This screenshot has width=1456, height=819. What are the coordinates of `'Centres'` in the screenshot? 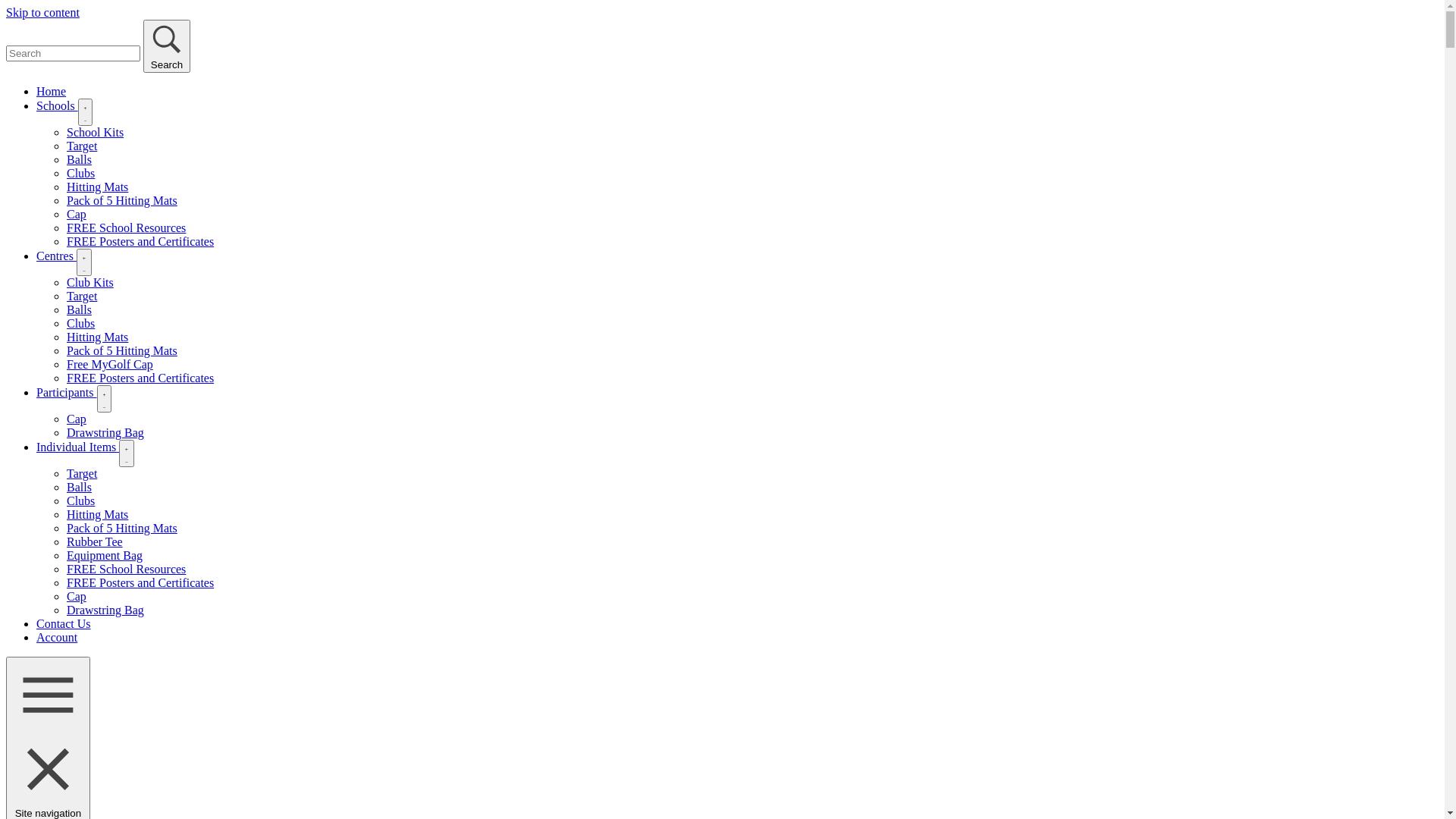 It's located at (56, 255).